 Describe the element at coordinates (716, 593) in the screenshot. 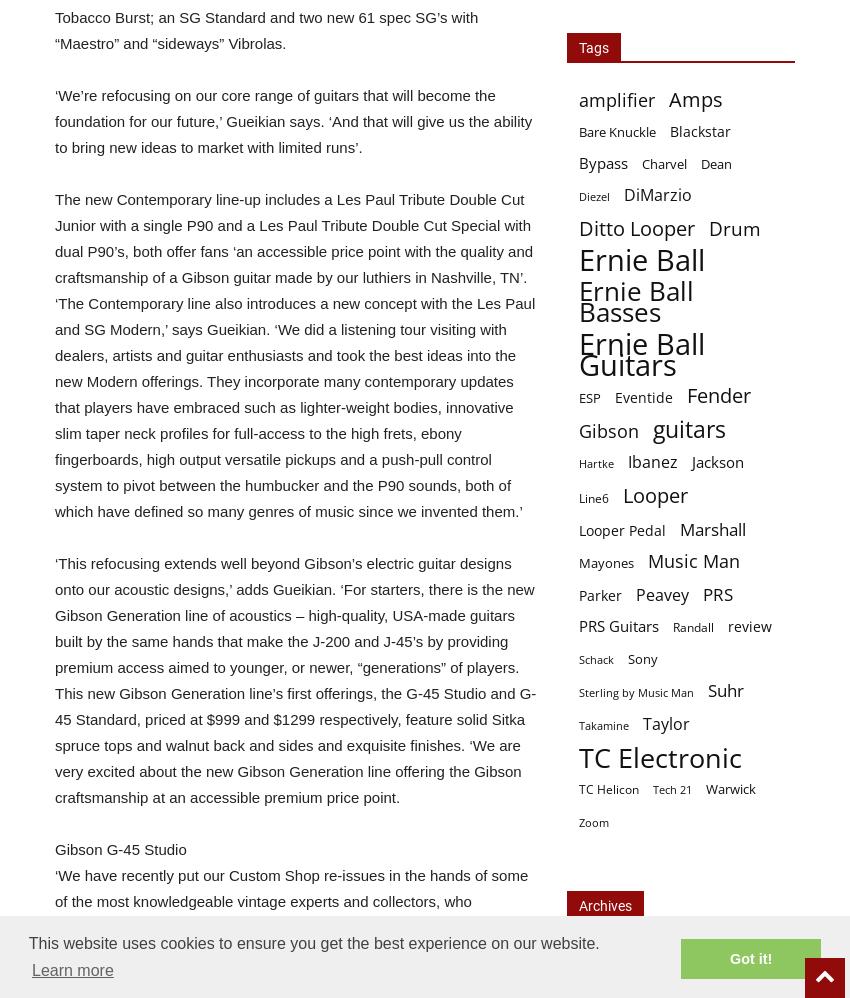

I see `'PRS'` at that location.